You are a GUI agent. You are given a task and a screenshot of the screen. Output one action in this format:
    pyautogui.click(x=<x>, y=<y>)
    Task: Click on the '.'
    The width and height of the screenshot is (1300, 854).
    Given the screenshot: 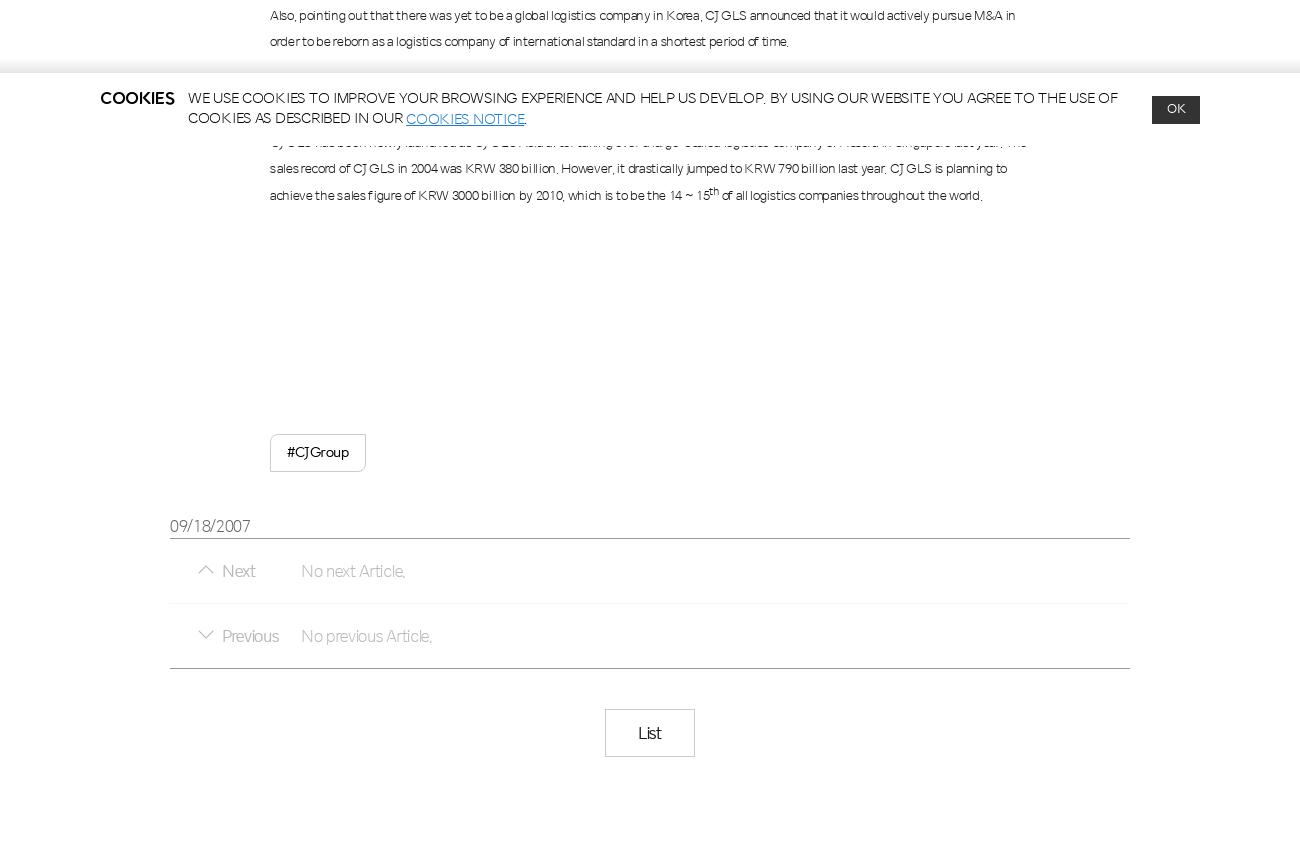 What is the action you would take?
    pyautogui.click(x=525, y=118)
    